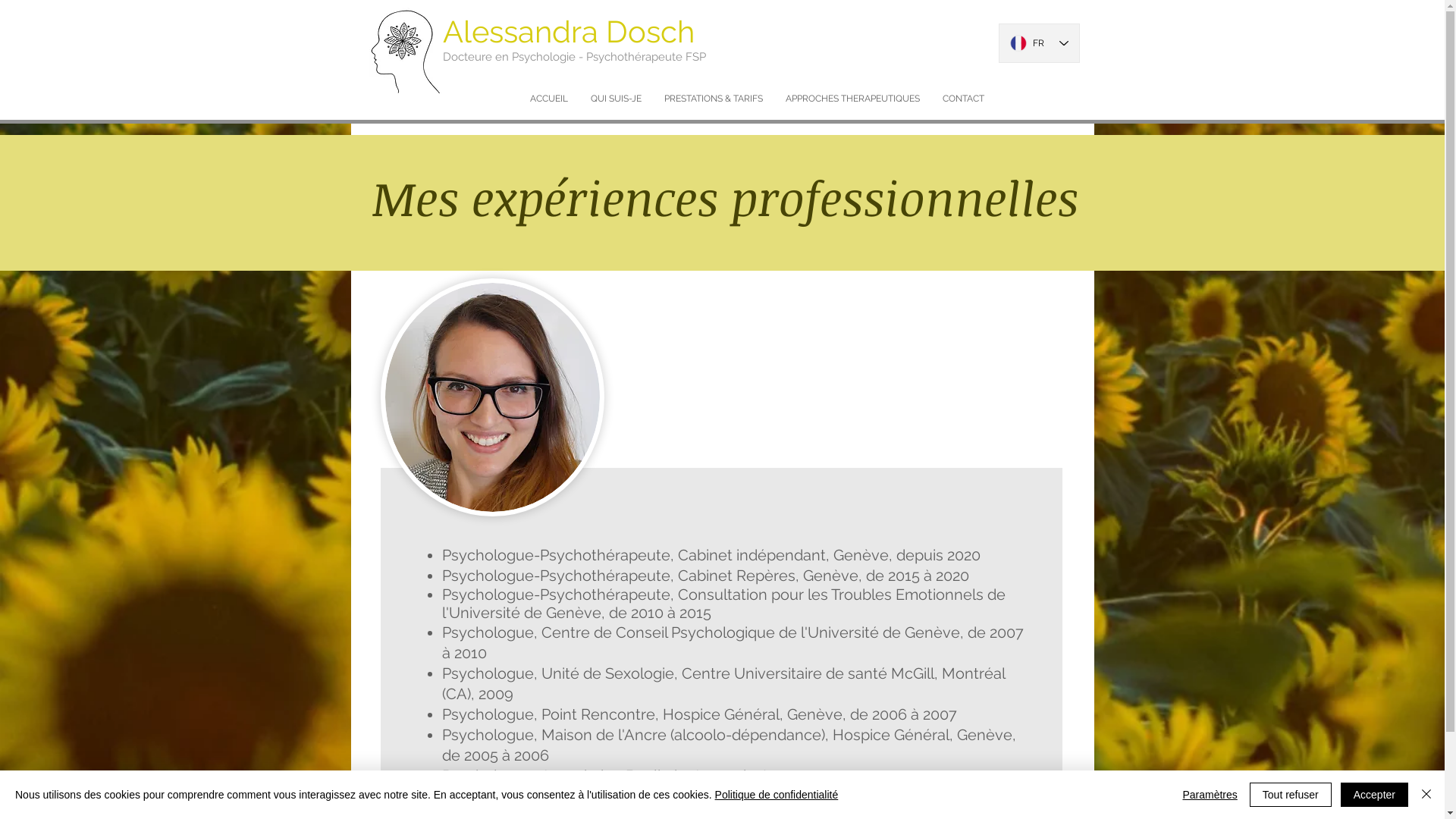 This screenshot has height=819, width=1456. Describe the element at coordinates (519, 99) in the screenshot. I see `'ACCUEIL'` at that location.